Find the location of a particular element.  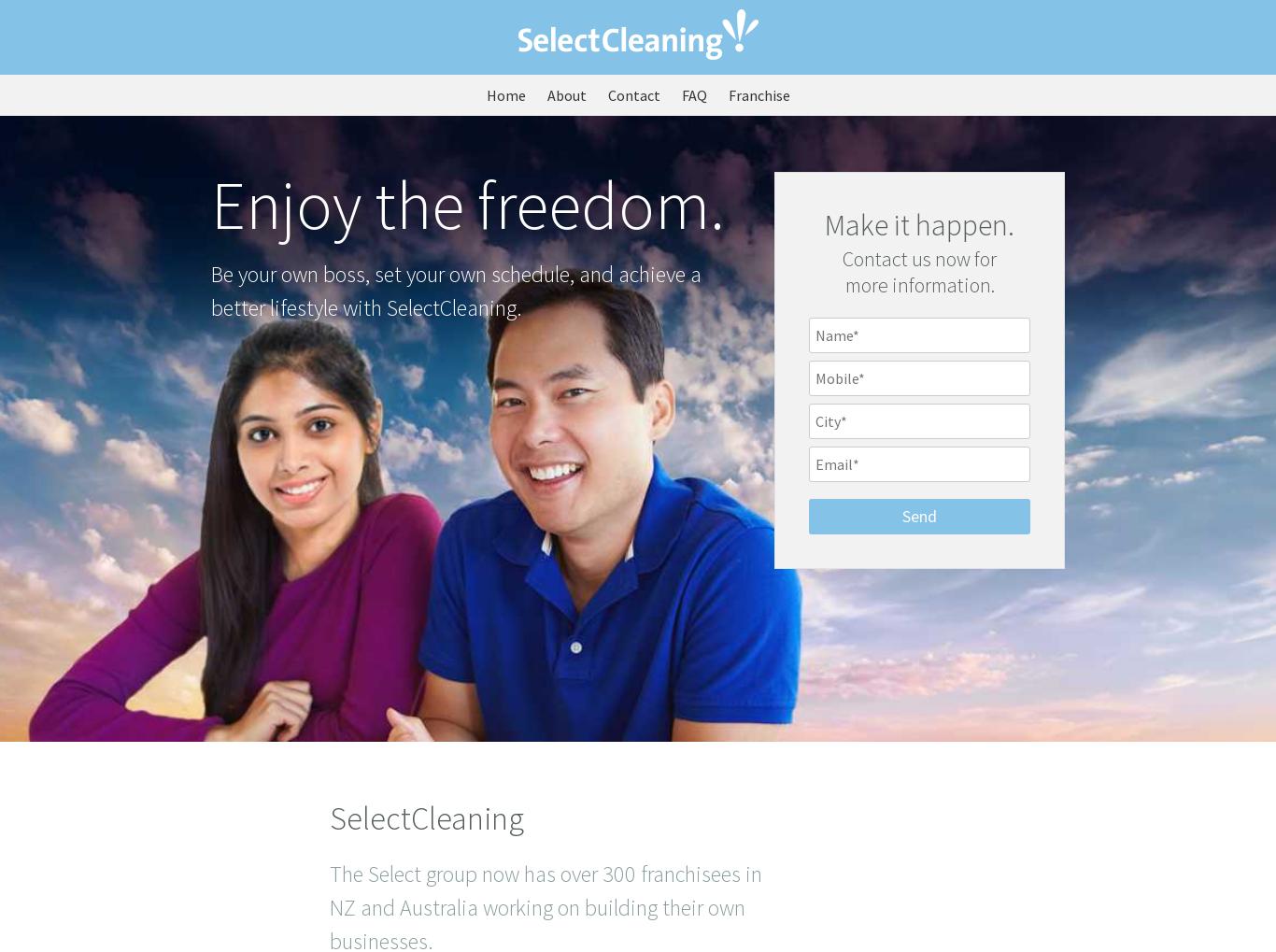

'About' is located at coordinates (564, 94).